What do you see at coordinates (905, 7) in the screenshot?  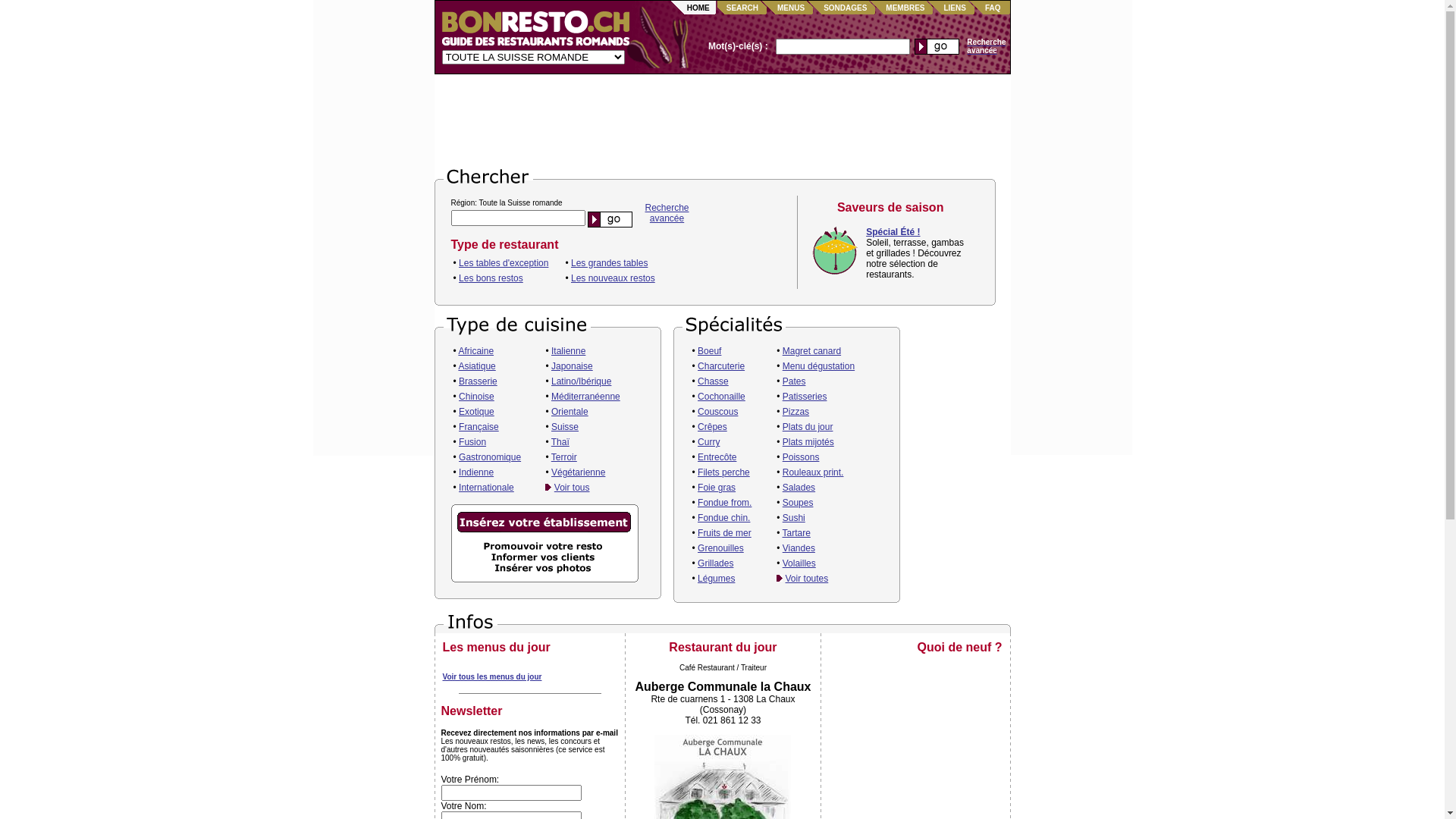 I see `'MEMBRES'` at bounding box center [905, 7].